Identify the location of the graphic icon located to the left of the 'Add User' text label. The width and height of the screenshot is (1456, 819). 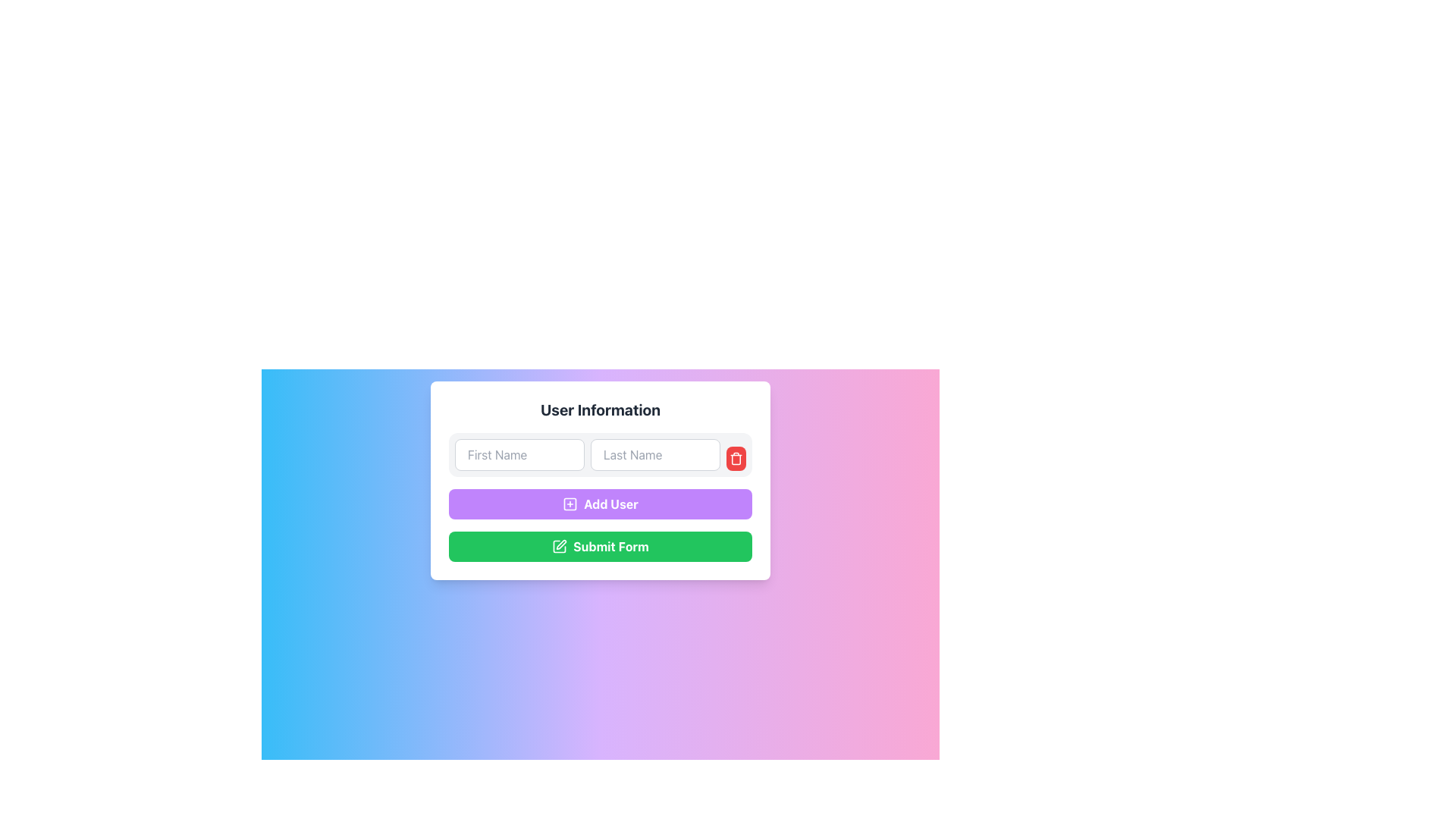
(570, 504).